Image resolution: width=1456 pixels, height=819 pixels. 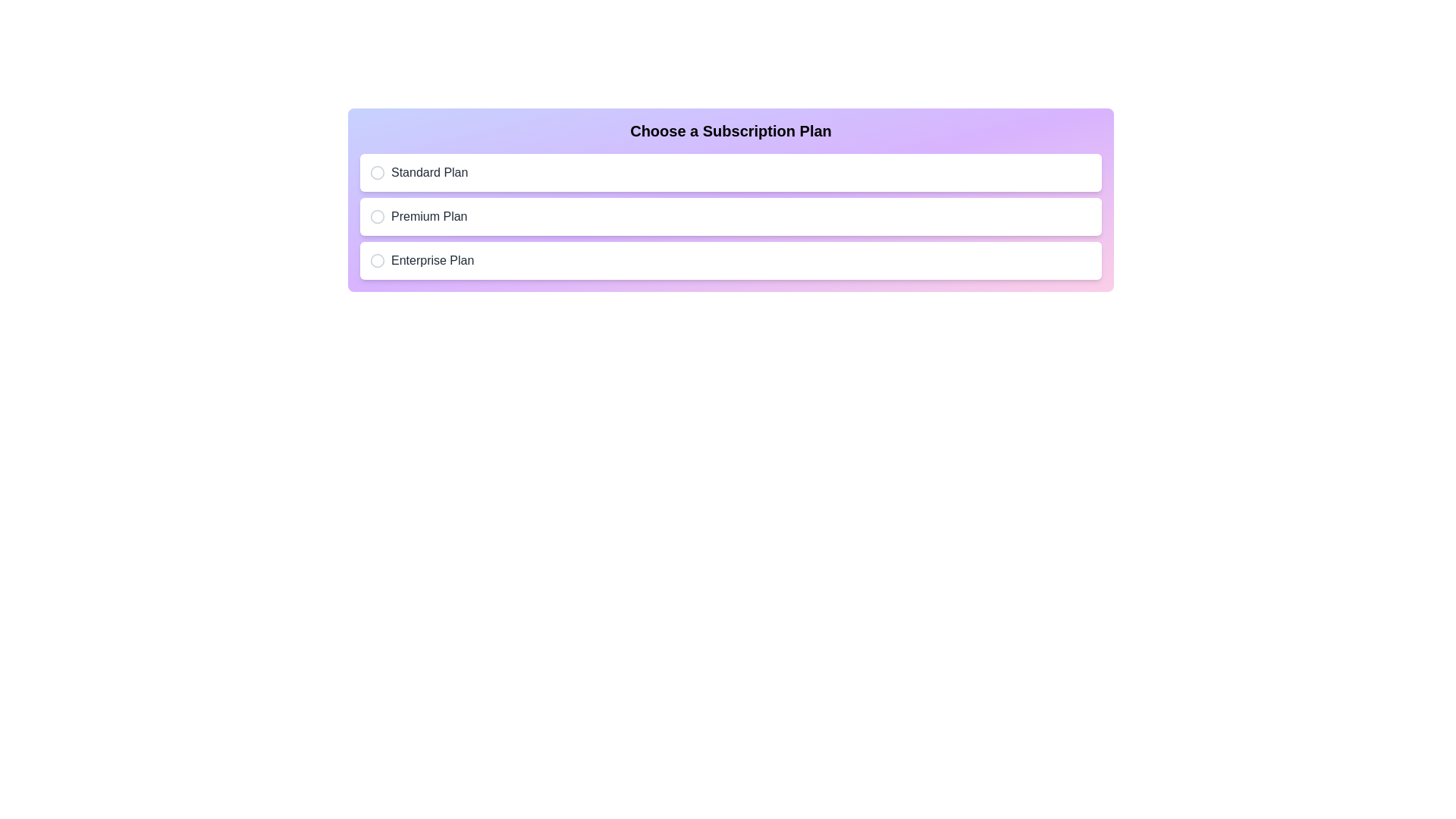 What do you see at coordinates (378, 216) in the screenshot?
I see `the radio button that allows the user to select the 'Premium Plan' subscription option` at bounding box center [378, 216].